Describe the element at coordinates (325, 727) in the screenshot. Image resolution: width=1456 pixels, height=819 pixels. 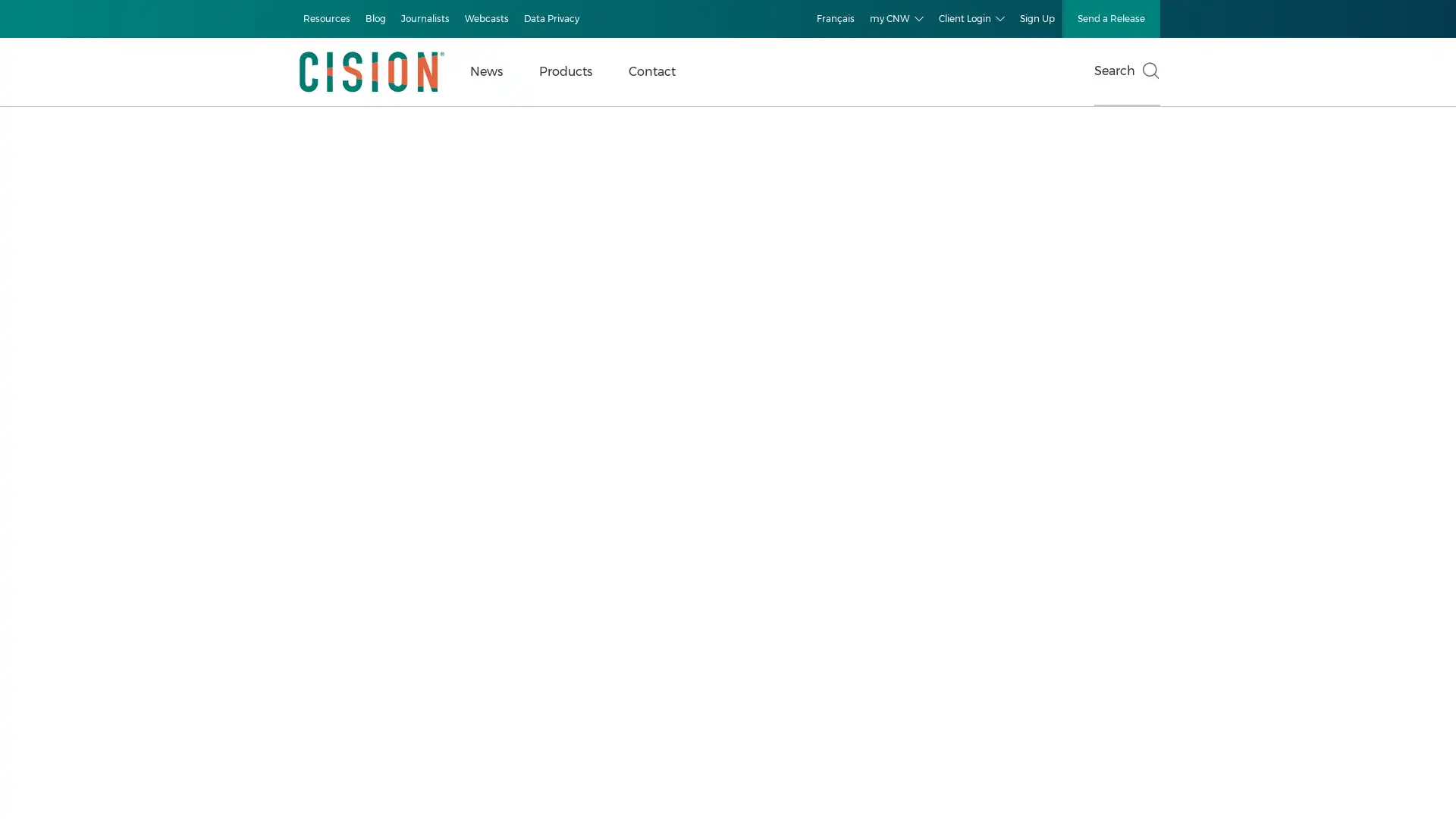
I see `Contact Us` at that location.